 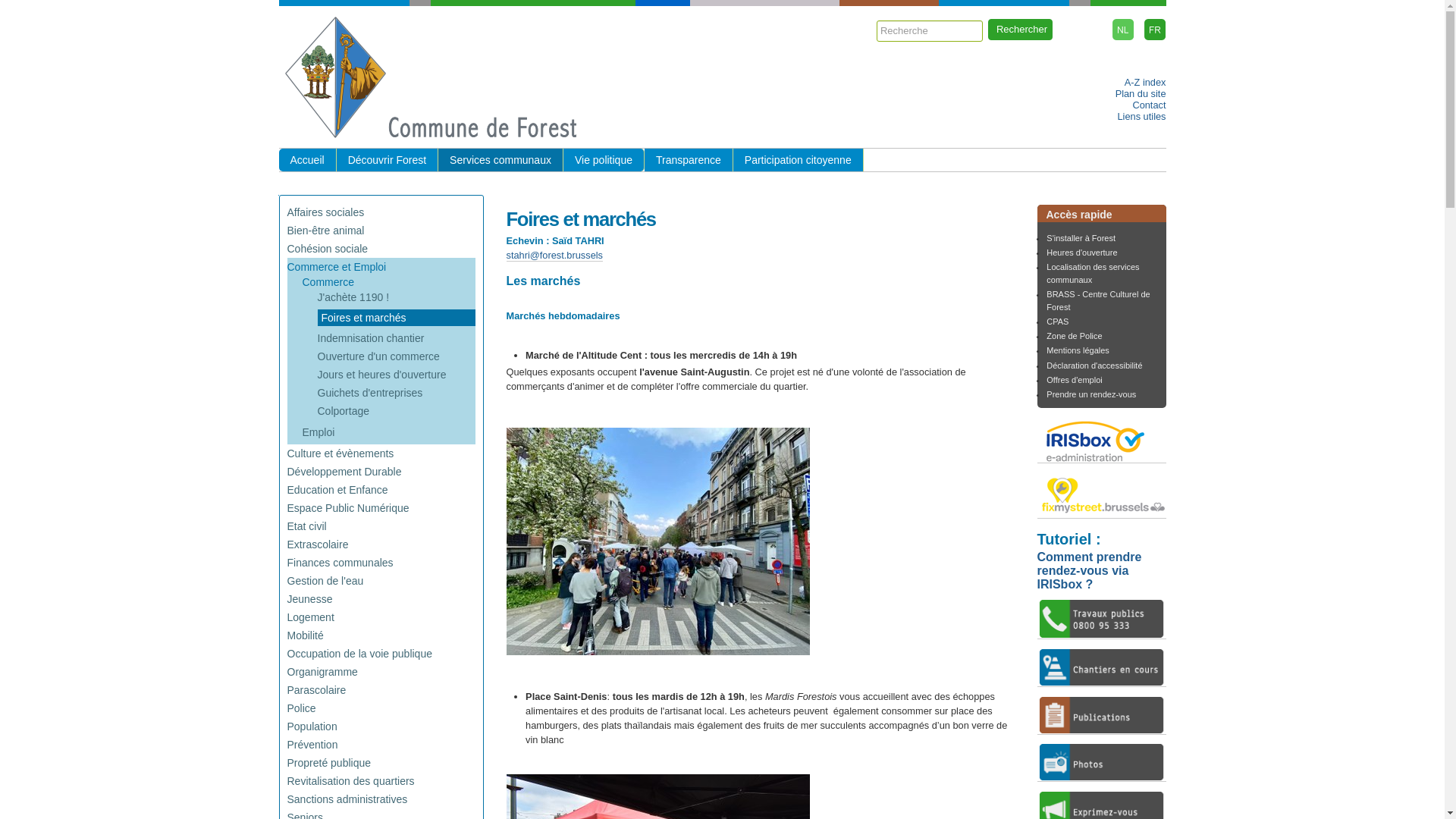 I want to click on 'Ouverture d'un commerce', so click(x=378, y=356).